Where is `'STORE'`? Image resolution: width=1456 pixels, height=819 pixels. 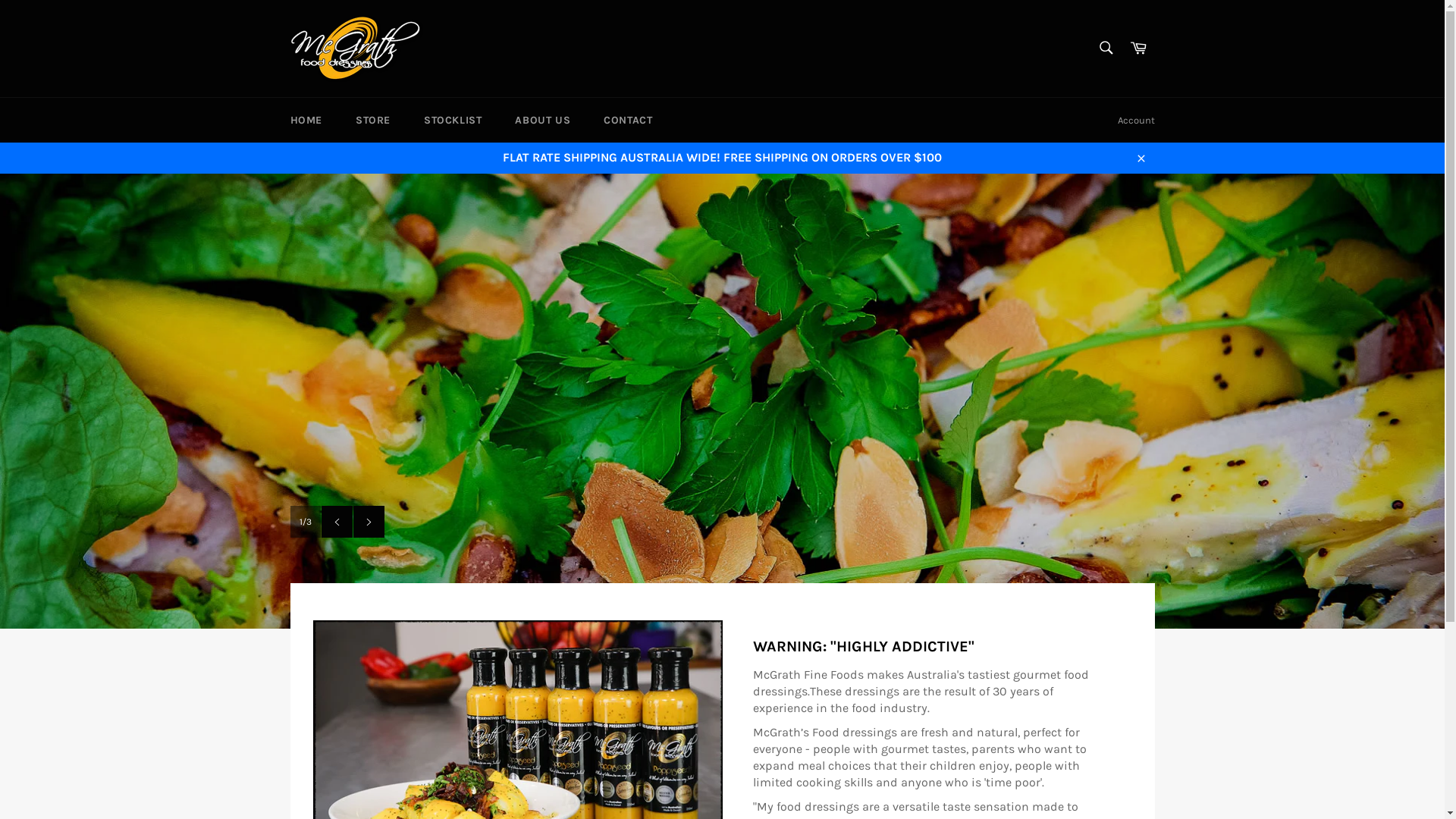 'STORE' is located at coordinates (372, 119).